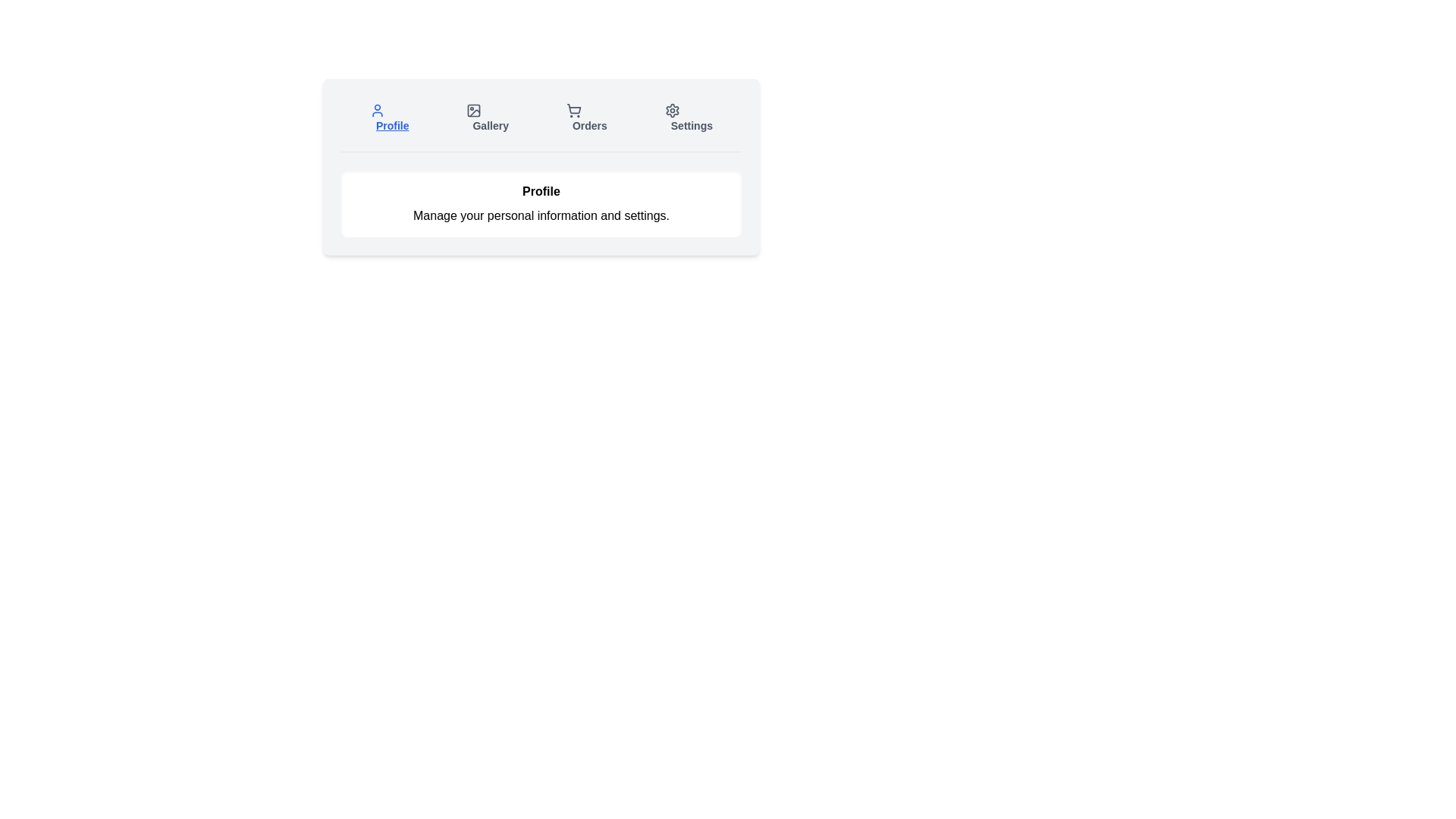  Describe the element at coordinates (585, 117) in the screenshot. I see `the tab labeled Orders` at that location.